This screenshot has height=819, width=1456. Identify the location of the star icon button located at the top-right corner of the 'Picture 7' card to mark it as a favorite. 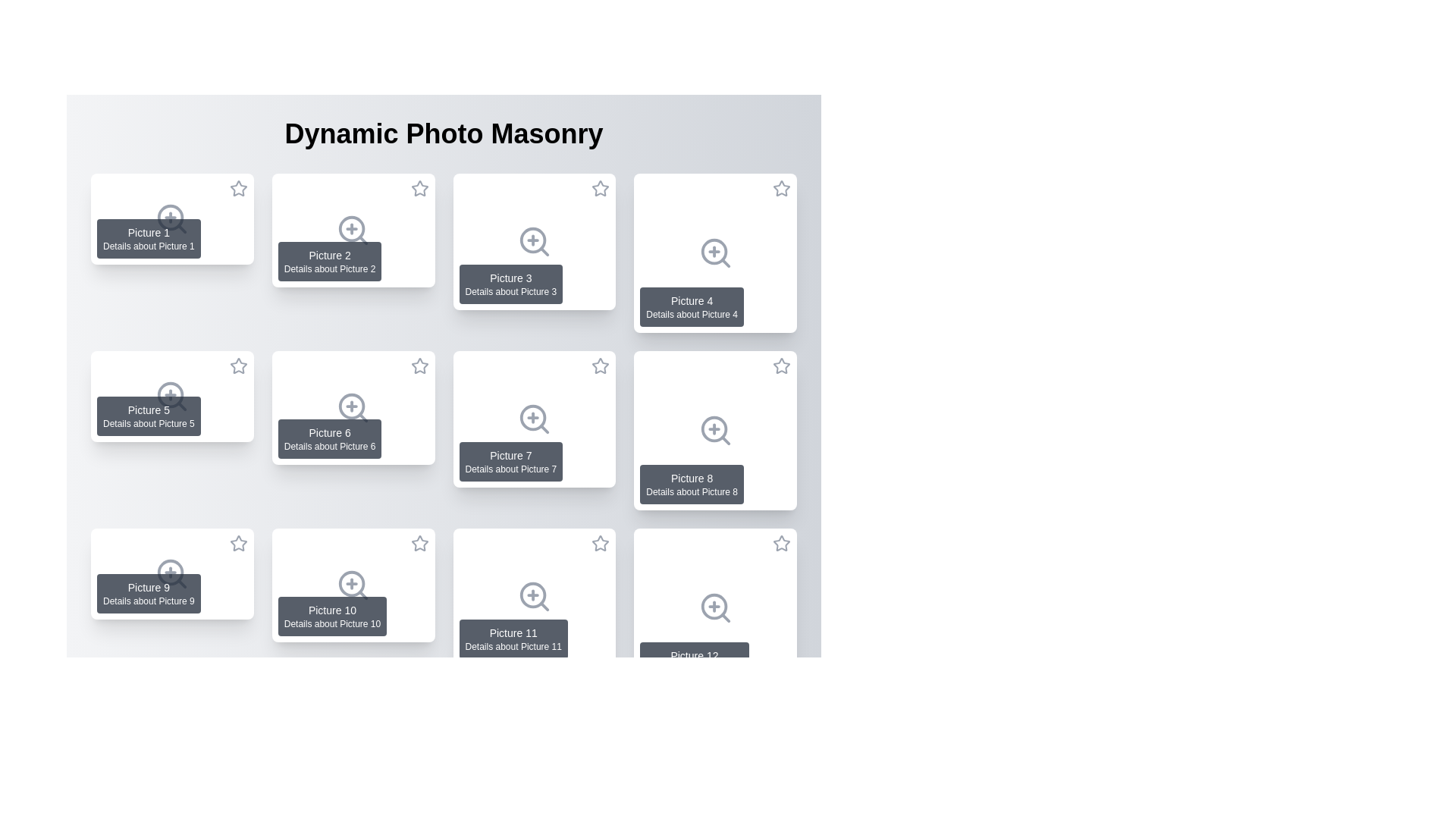
(600, 366).